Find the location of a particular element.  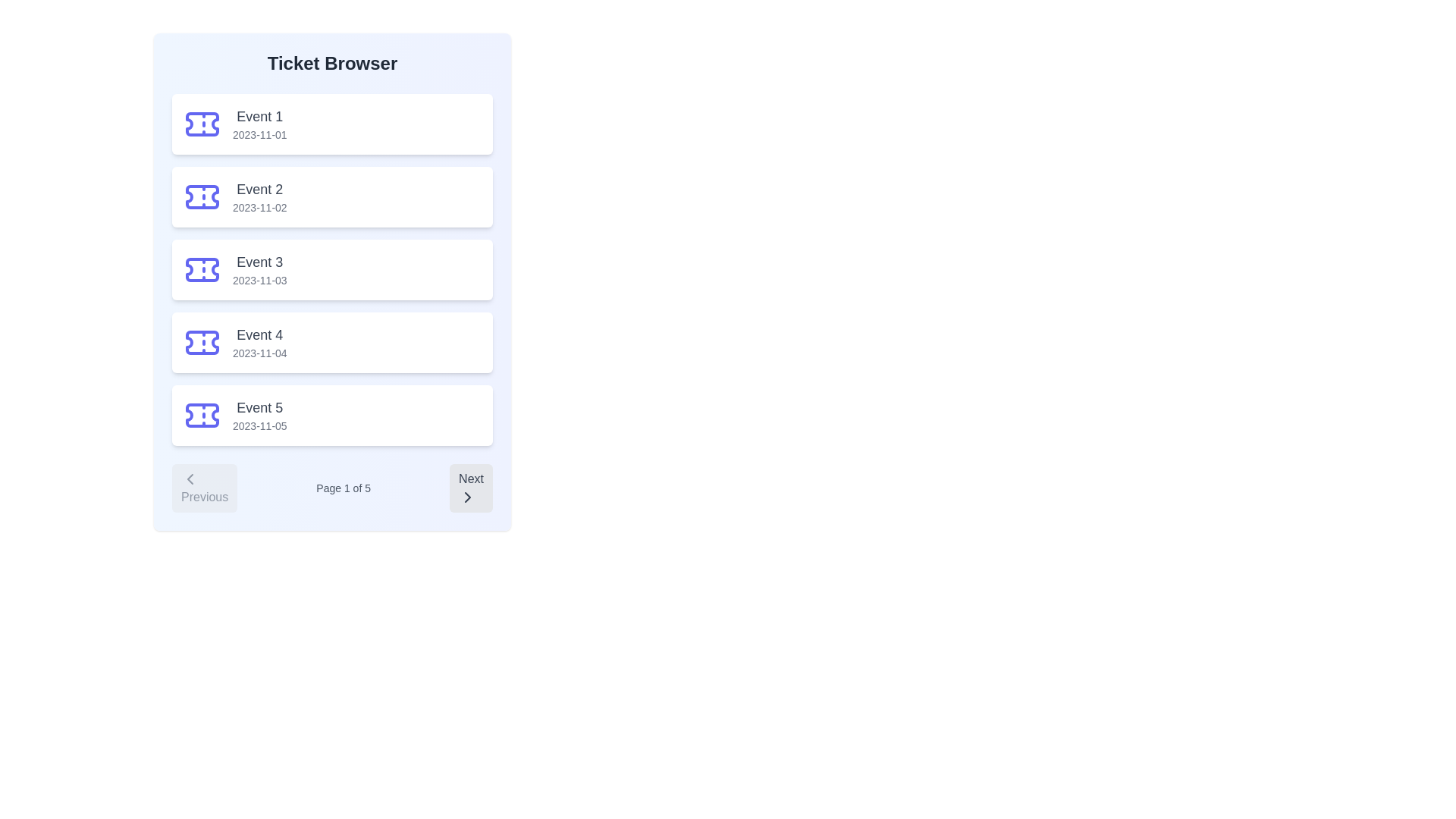

the Text label displaying the date for 'Event 5', which is located beneath the 'Event 5' label and at the bottom of a list of similar entries is located at coordinates (259, 426).